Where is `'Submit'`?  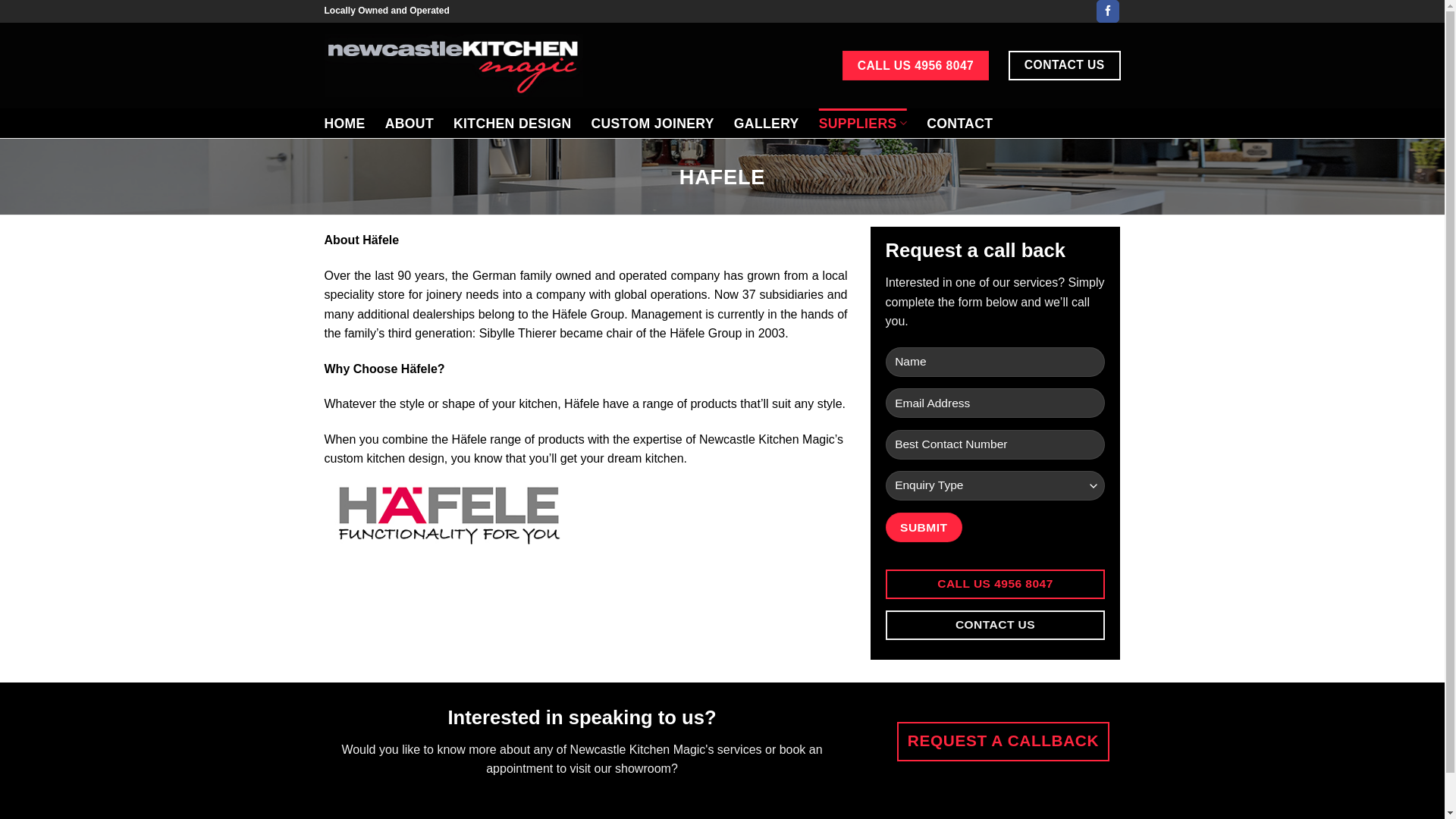 'Submit' is located at coordinates (885, 526).